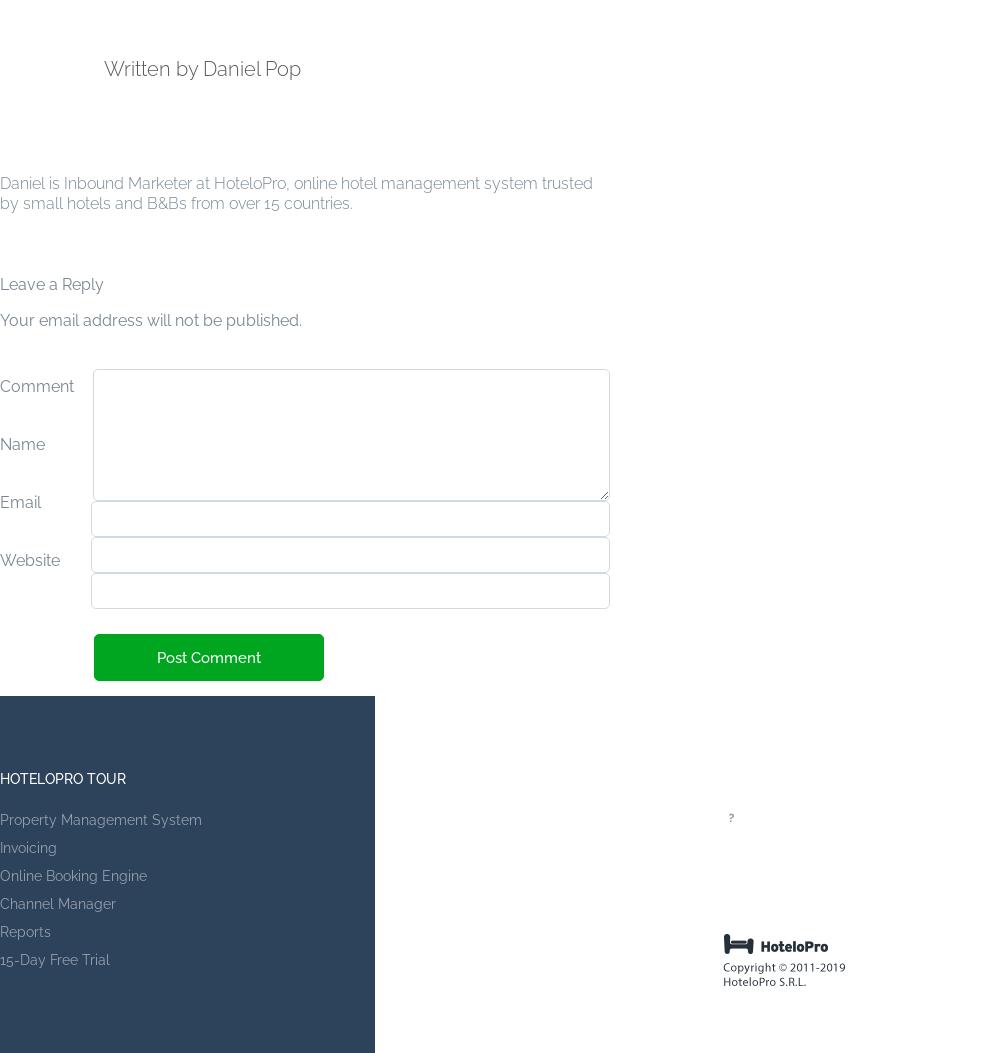 This screenshot has height=1053, width=1000. I want to click on 'Partners', so click(418, 875).